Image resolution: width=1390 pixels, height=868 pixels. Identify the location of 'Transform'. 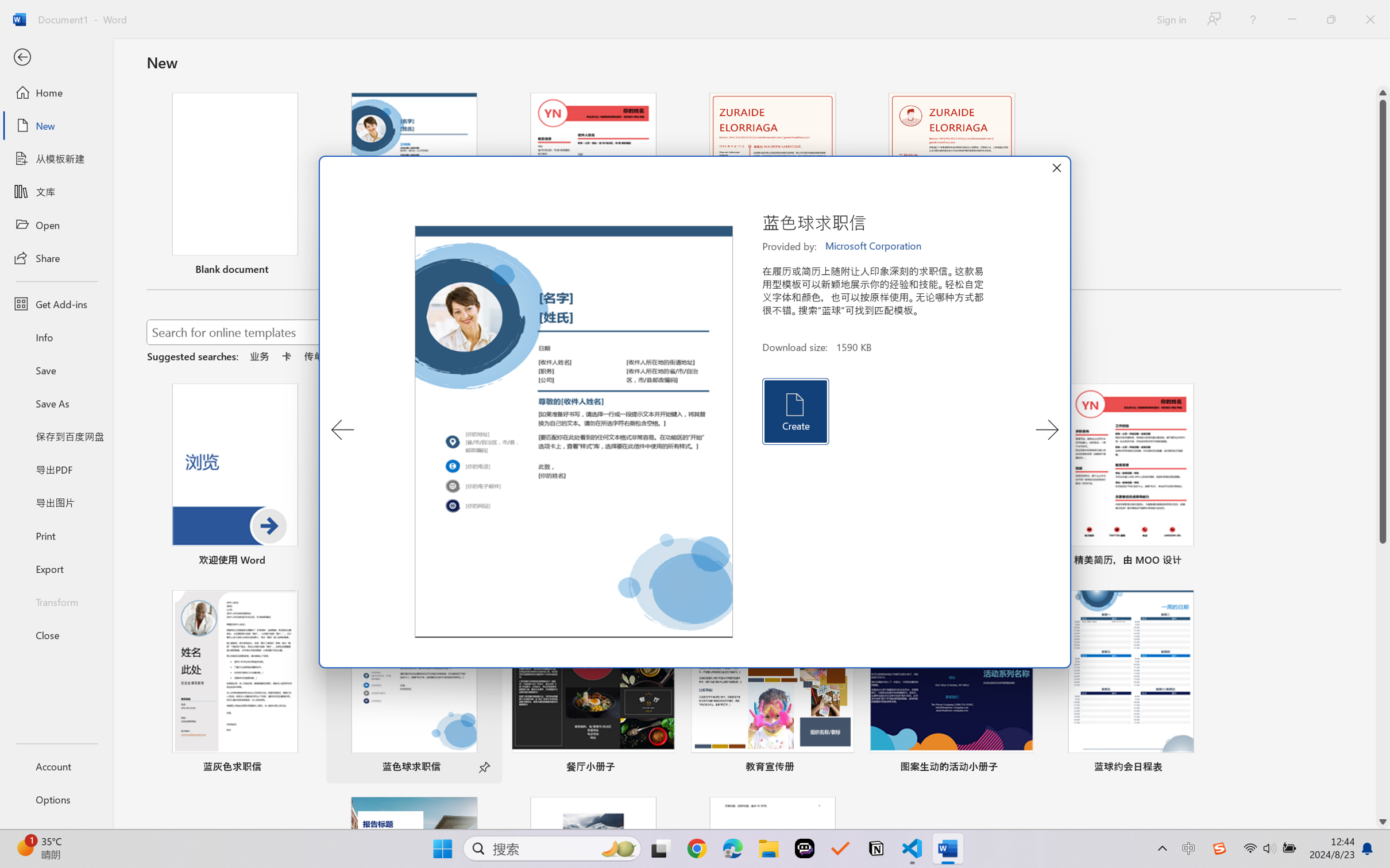
(56, 600).